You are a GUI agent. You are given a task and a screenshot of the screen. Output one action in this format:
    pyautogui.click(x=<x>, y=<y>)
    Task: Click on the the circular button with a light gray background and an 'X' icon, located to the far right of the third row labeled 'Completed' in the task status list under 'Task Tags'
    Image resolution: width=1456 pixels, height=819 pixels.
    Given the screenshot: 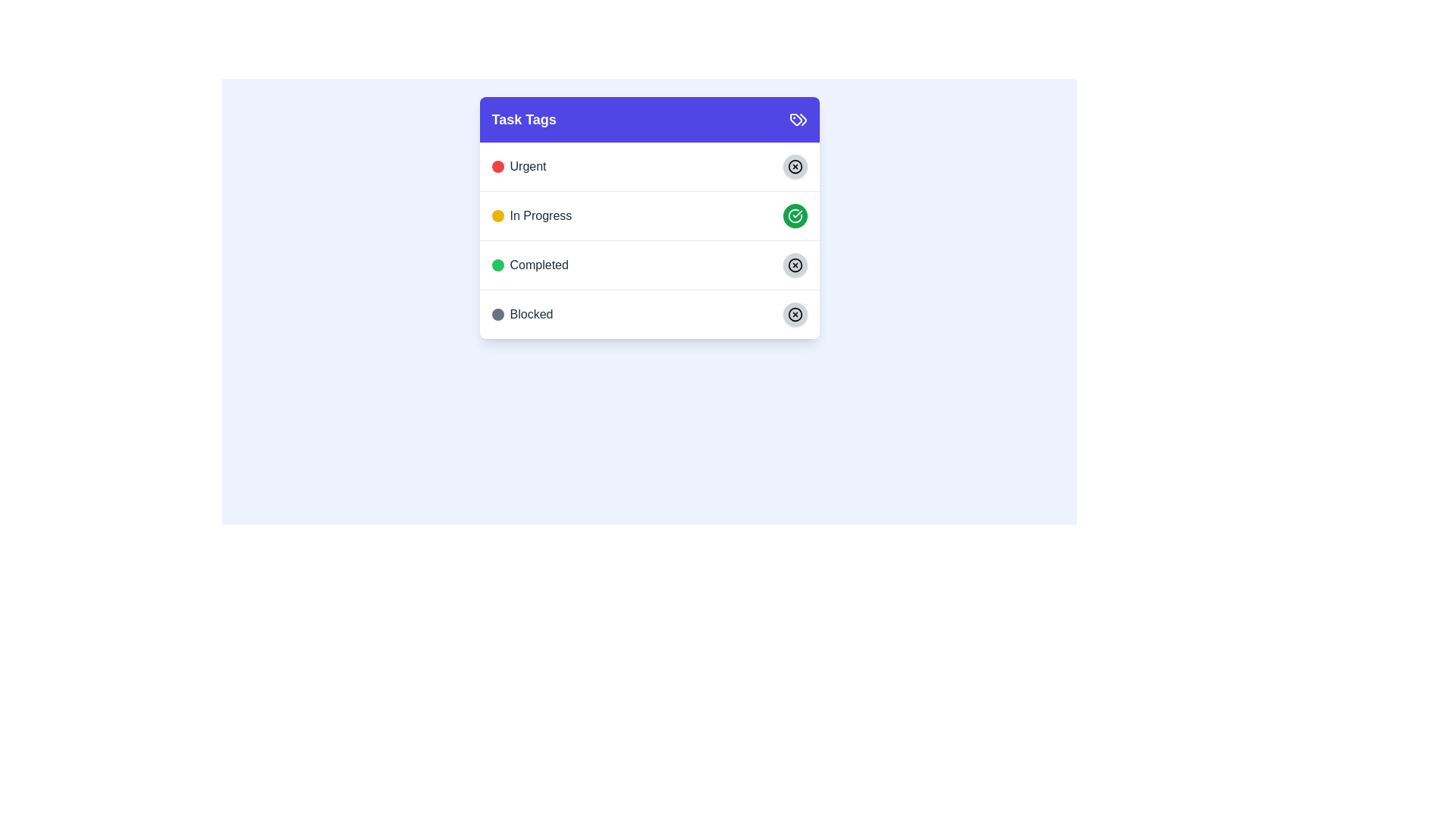 What is the action you would take?
    pyautogui.click(x=794, y=265)
    